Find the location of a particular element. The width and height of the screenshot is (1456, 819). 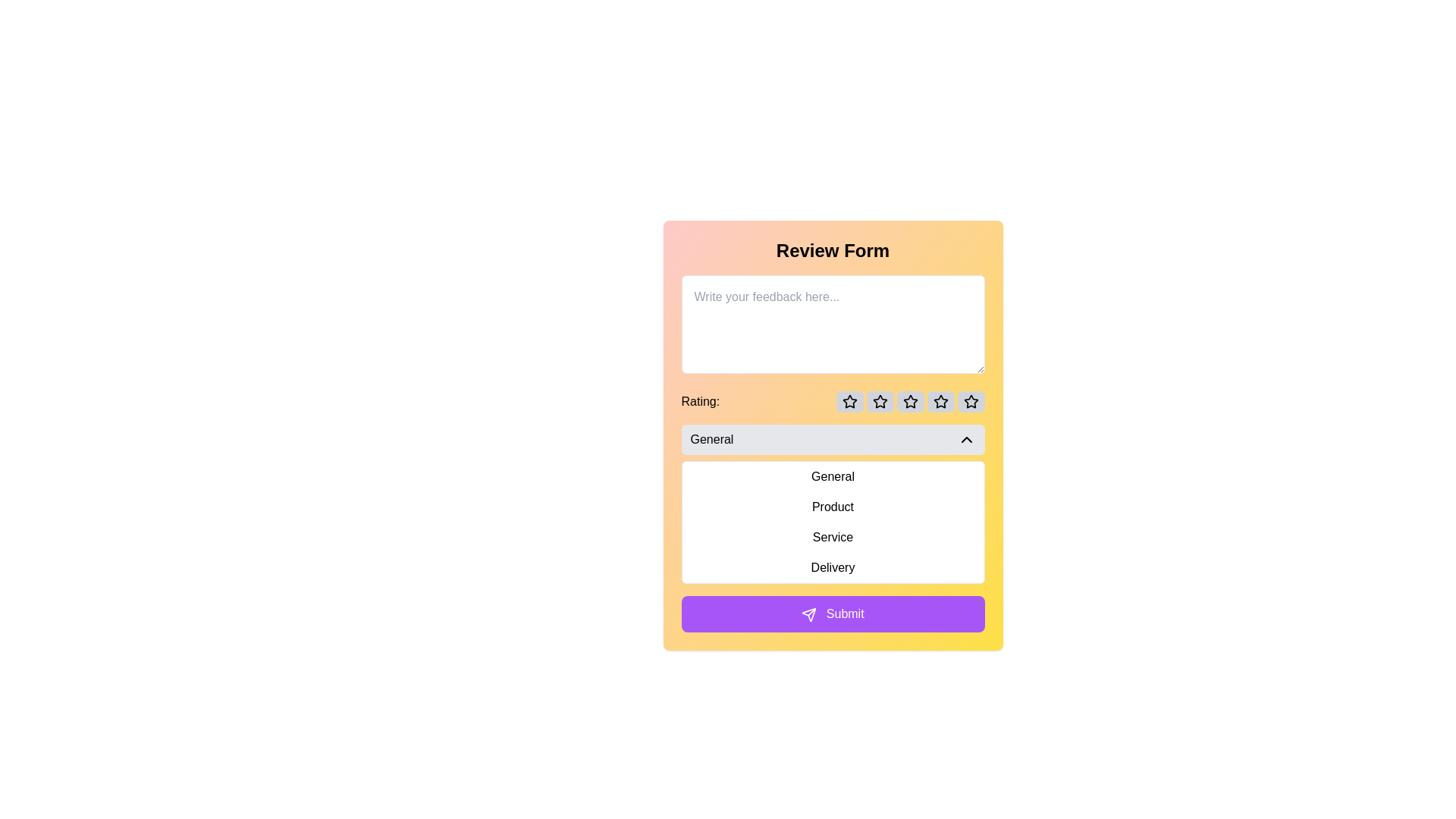

the fifth star icon in the rating system located below the 'Rating:' label in the 'Review Form' section is located at coordinates (940, 400).